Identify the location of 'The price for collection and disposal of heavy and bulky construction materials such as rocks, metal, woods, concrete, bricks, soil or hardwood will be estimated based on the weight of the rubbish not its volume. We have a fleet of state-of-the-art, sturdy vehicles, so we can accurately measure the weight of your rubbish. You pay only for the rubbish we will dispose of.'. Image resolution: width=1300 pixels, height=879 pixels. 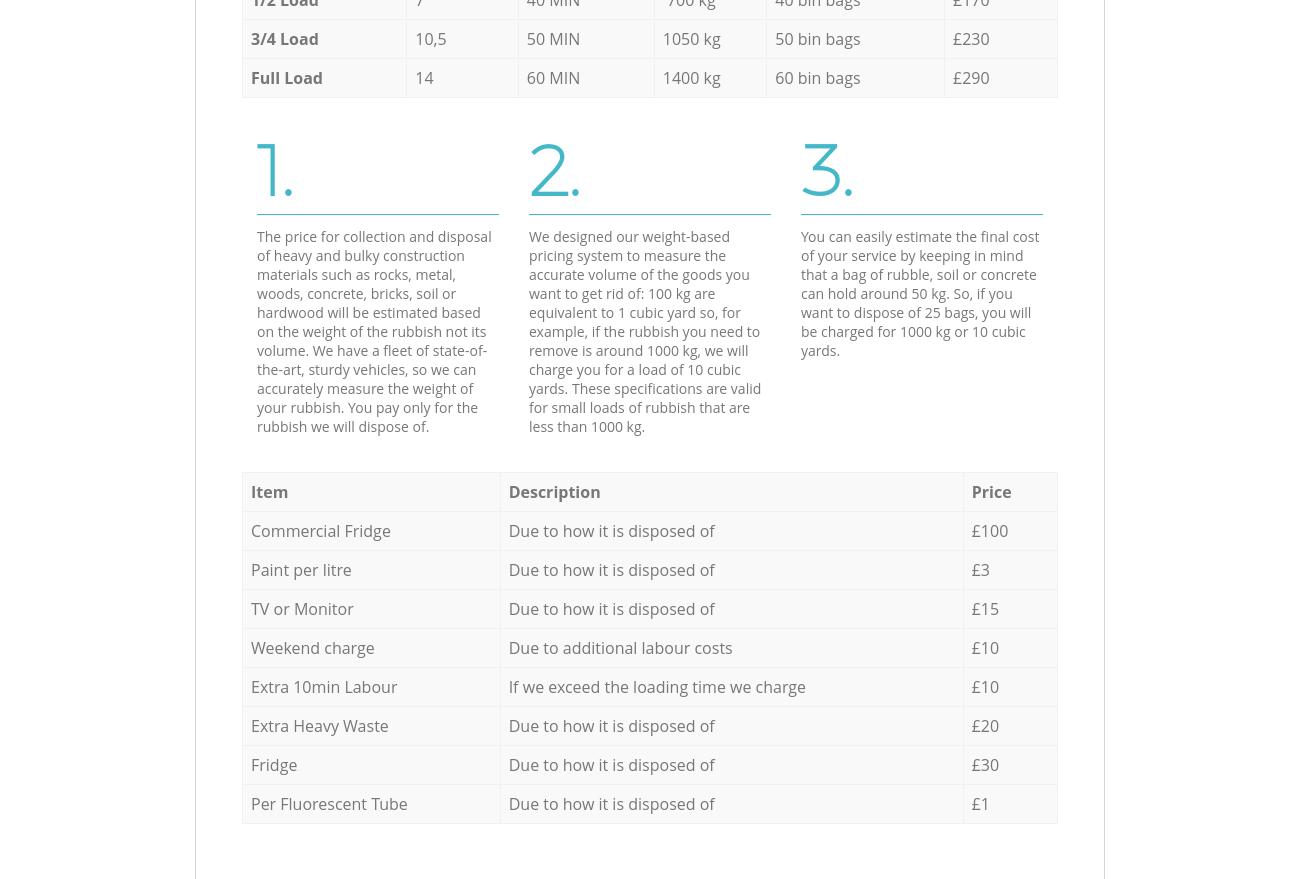
(373, 330).